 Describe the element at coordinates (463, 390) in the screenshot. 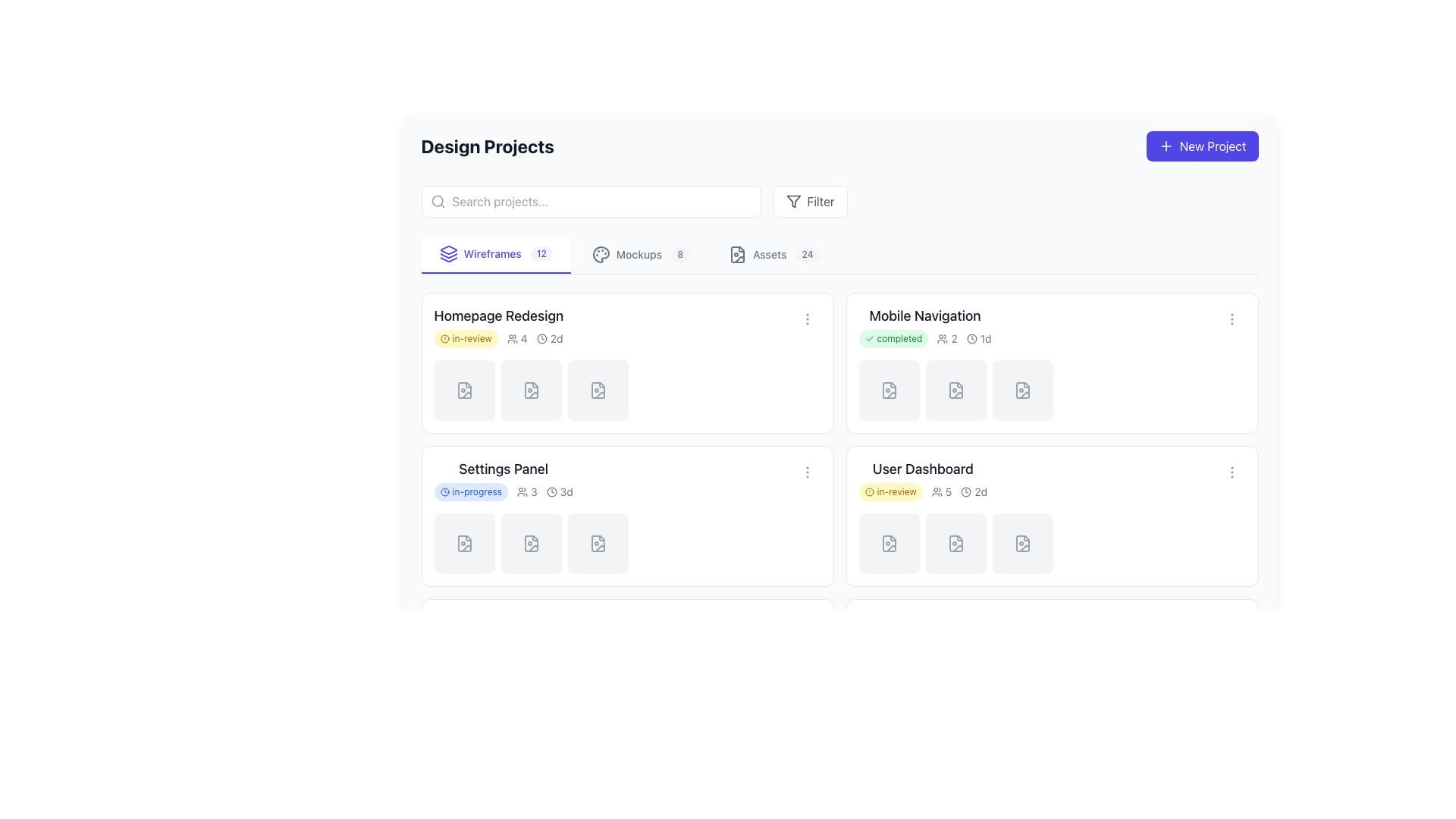

I see `the square-shaped icon with a light gray background and a document outline with an image symbol inside, located in the 'Homepage Redesign' section of the 'Design Projects' interface` at that location.